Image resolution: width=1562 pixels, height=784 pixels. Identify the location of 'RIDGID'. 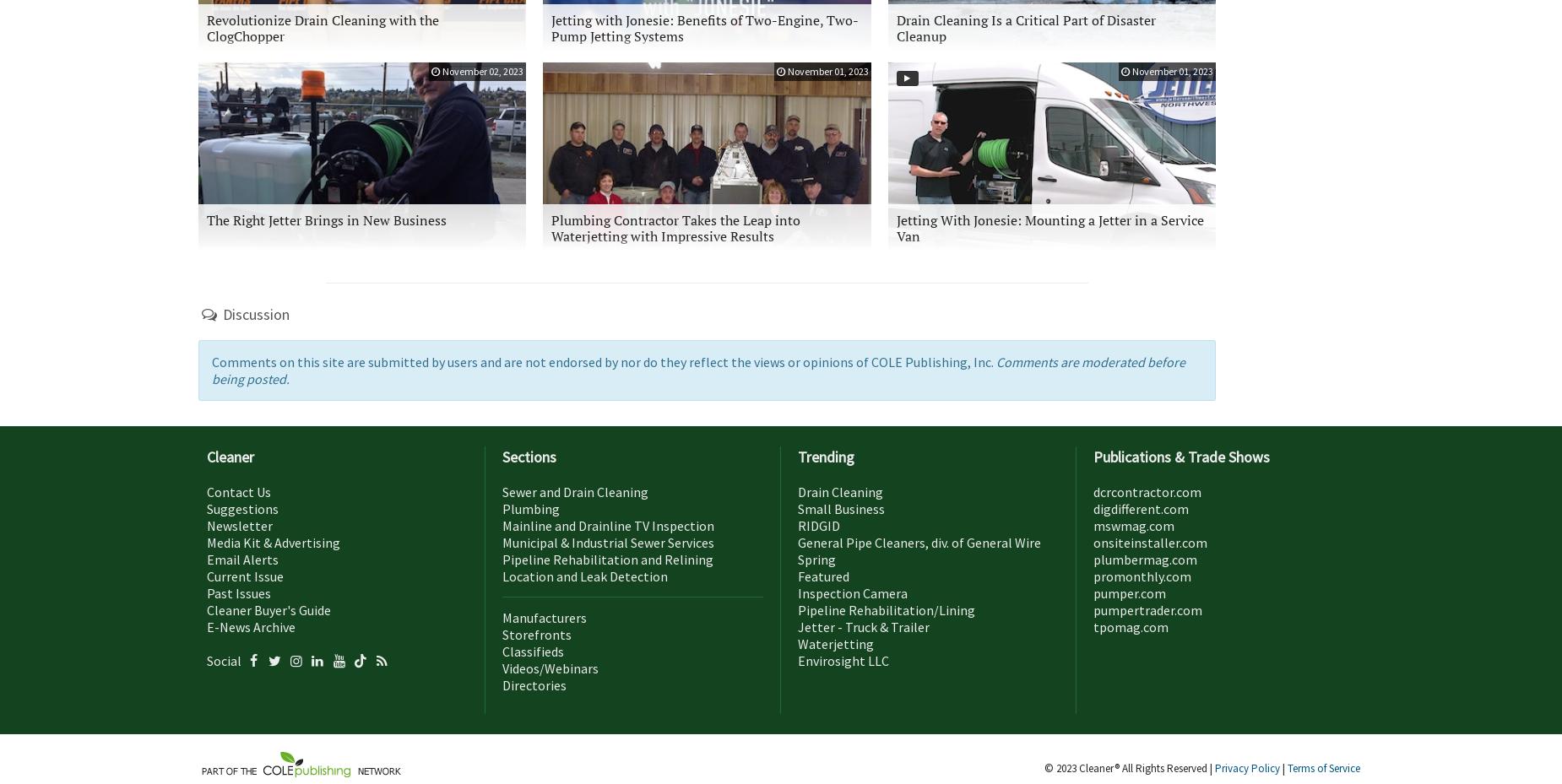
(817, 523).